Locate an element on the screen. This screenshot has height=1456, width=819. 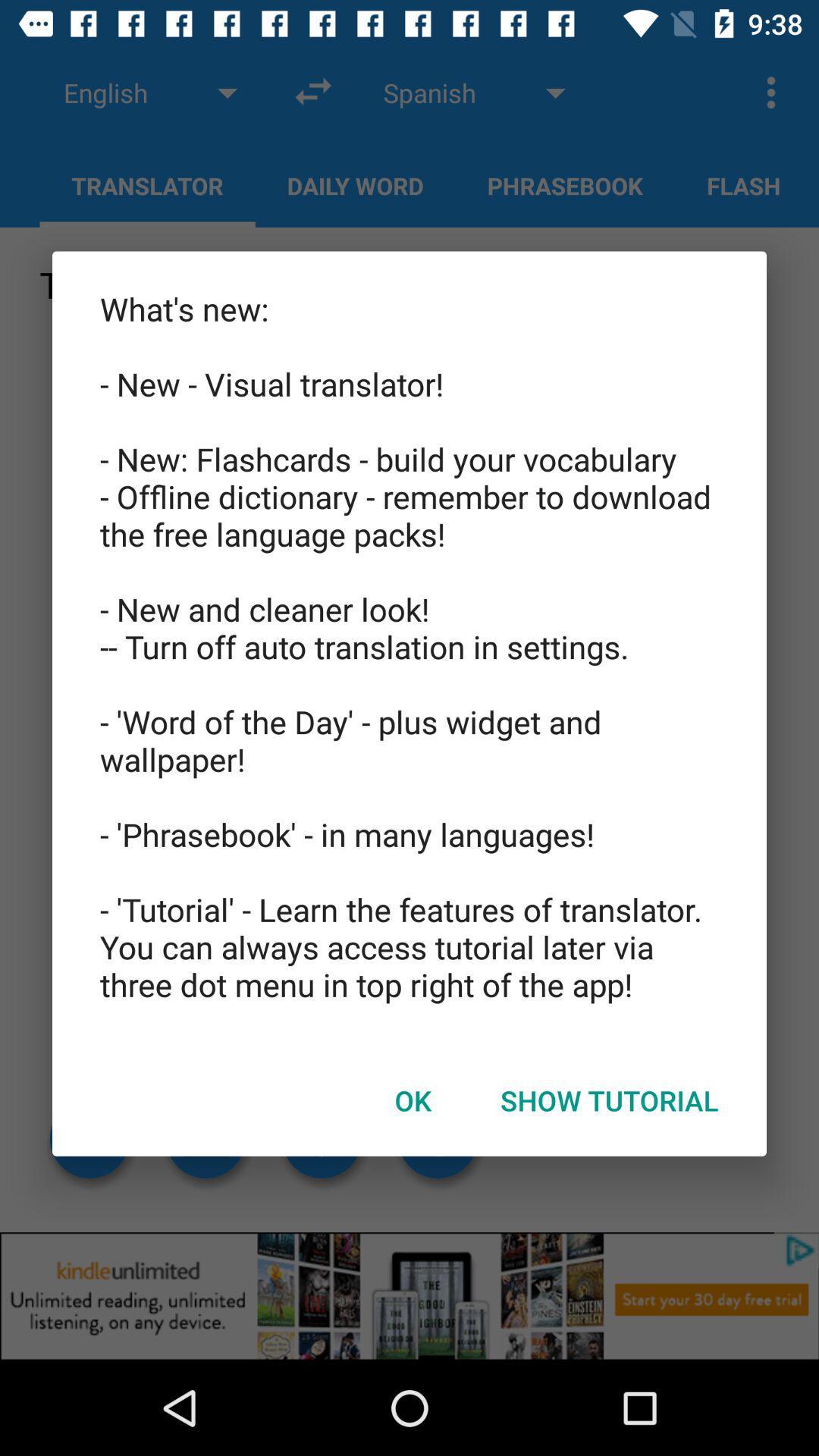
the ok at the bottom is located at coordinates (413, 1100).